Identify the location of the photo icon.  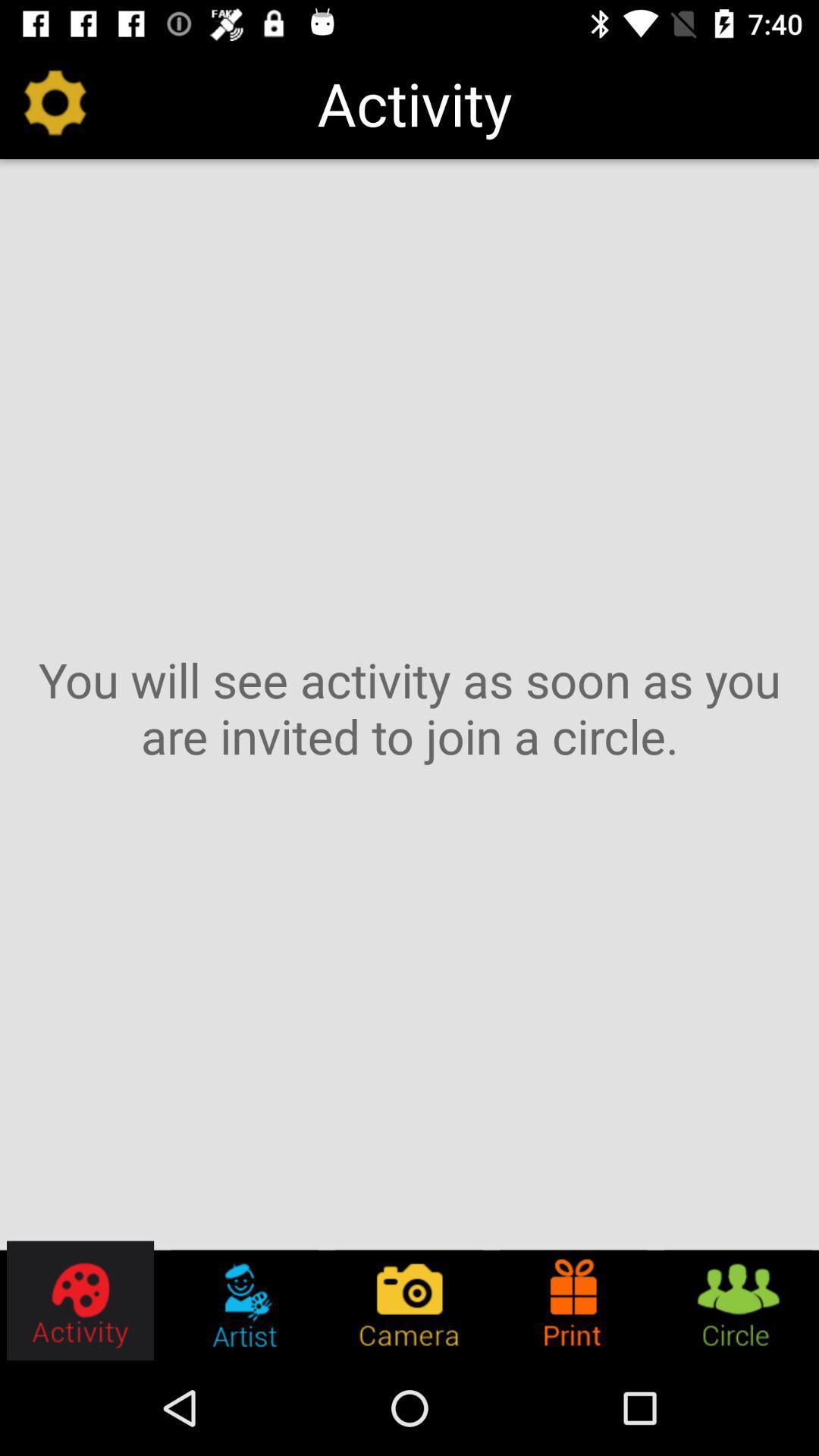
(408, 1300).